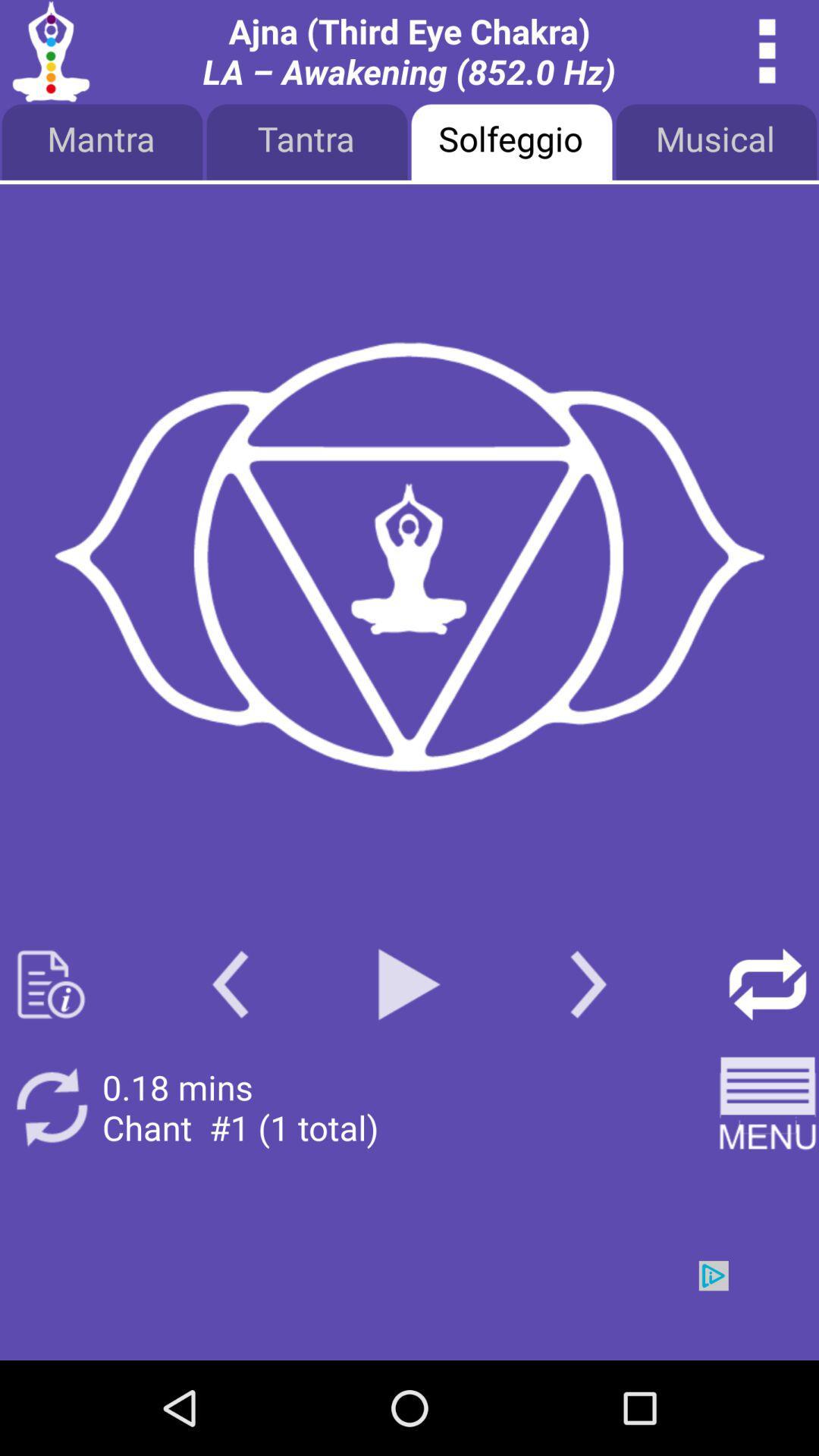  What do you see at coordinates (588, 984) in the screenshot?
I see `the next` at bounding box center [588, 984].